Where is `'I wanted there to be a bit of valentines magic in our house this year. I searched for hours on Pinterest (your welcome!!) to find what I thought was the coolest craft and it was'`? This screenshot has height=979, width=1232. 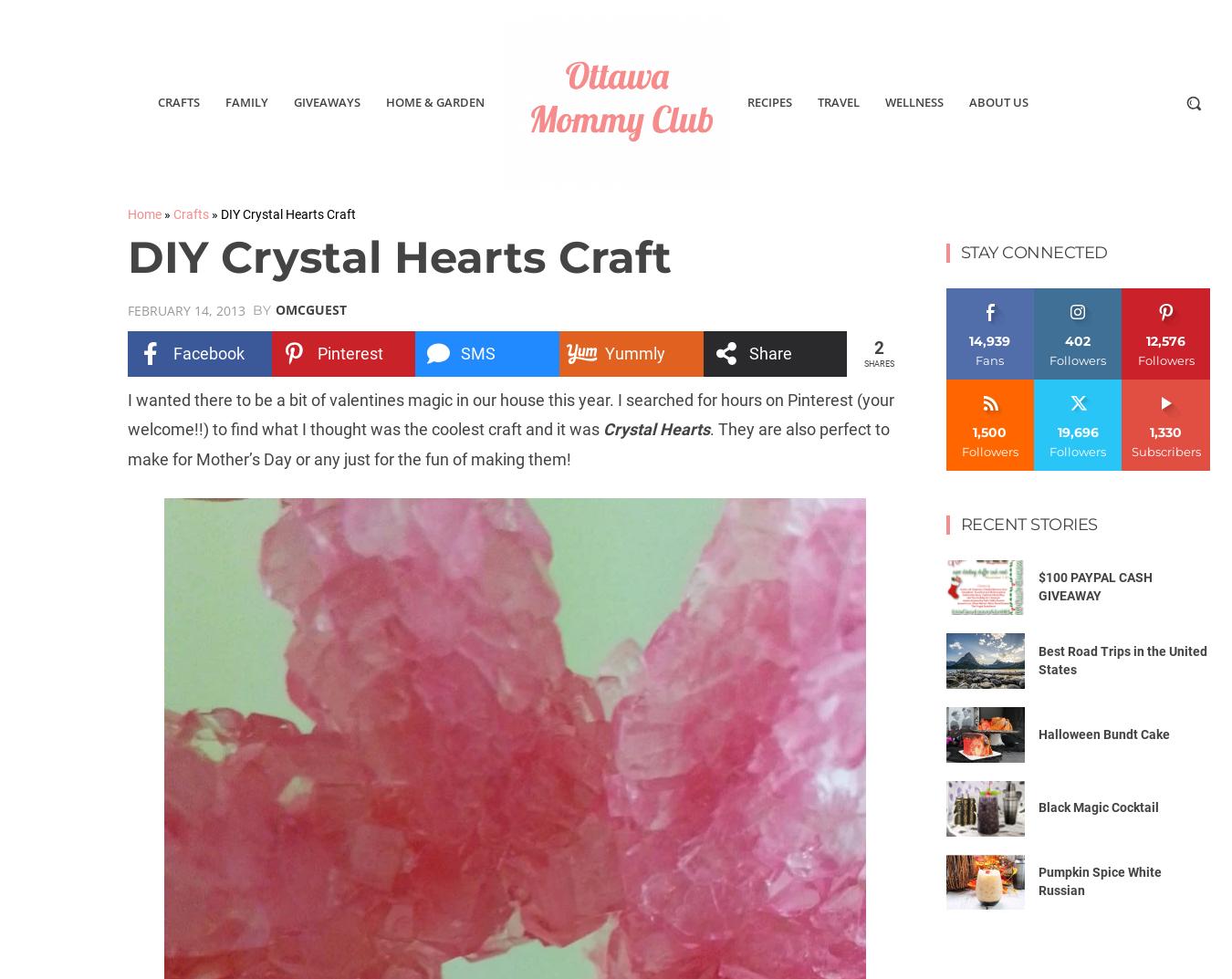 'I wanted there to be a bit of valentines magic in our house this year. I searched for hours on Pinterest (your welcome!!) to find what I thought was the coolest craft and it was' is located at coordinates (509, 413).